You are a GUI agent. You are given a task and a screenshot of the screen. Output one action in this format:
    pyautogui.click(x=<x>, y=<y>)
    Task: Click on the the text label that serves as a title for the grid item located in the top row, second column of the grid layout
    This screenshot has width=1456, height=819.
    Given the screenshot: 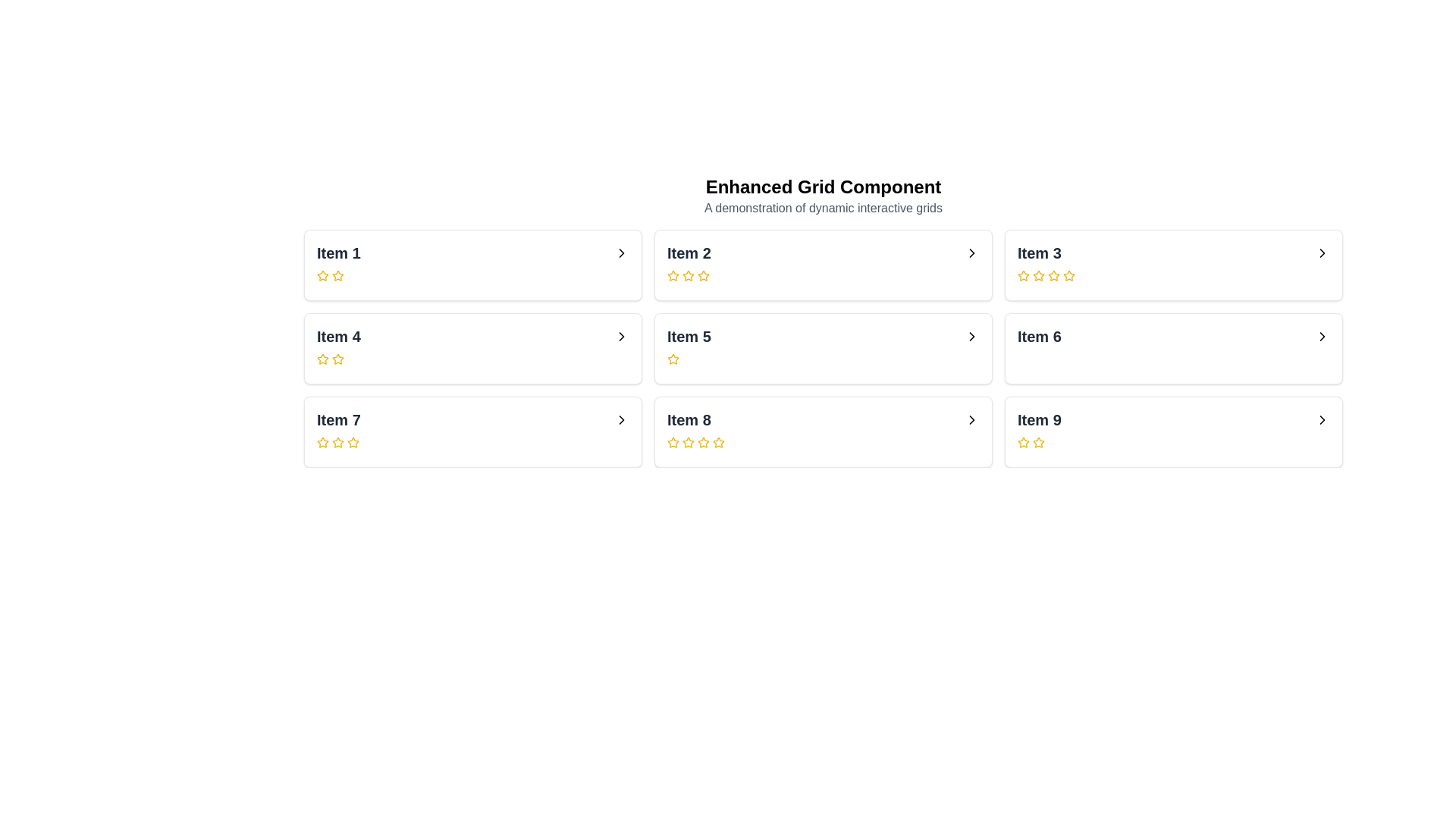 What is the action you would take?
    pyautogui.click(x=688, y=253)
    